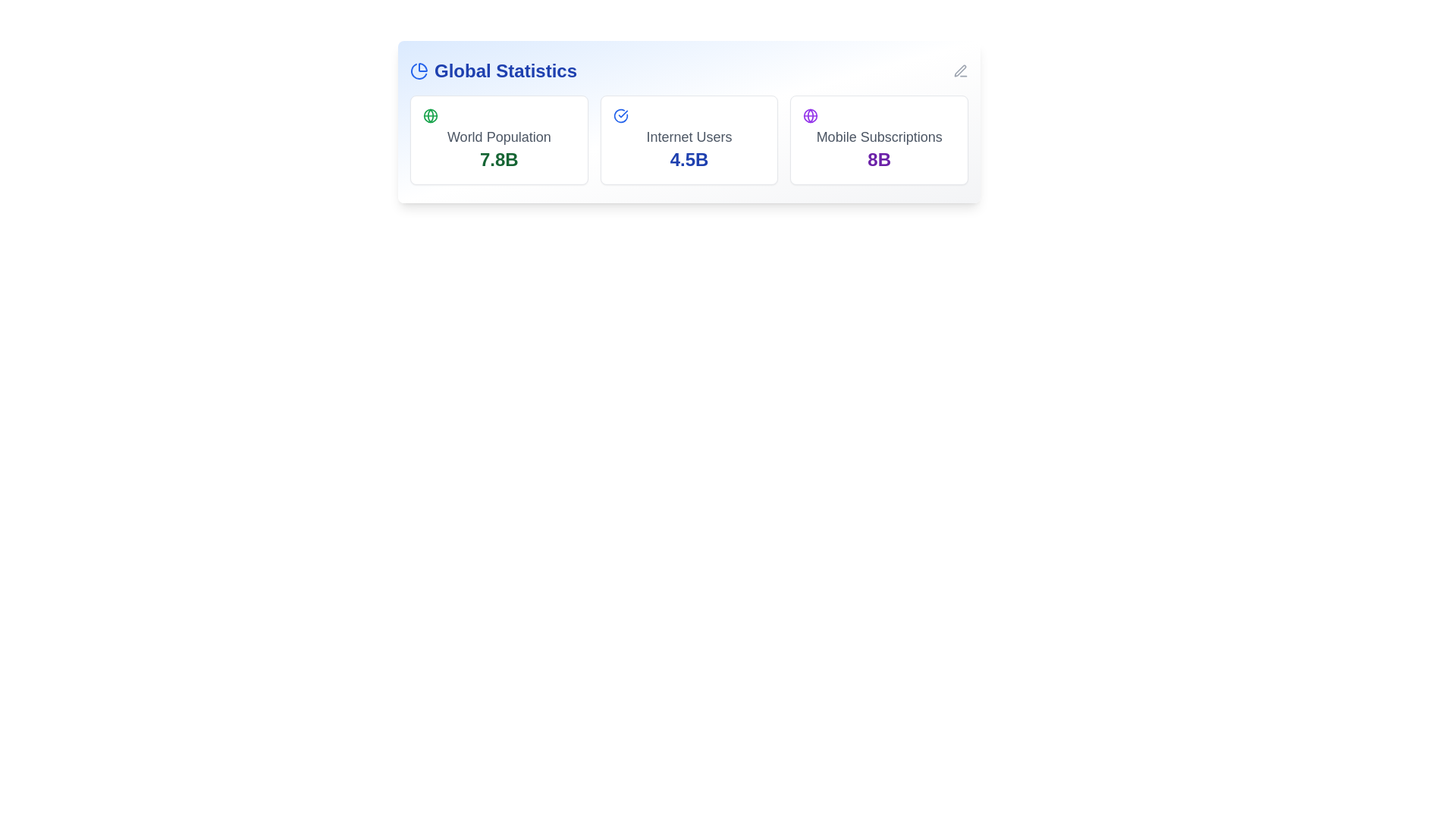 The image size is (1456, 819). Describe the element at coordinates (429, 115) in the screenshot. I see `the icon that represents global data on the 'World Population' information card, located in the upper-left corner preceding the text header 'World Population'` at that location.